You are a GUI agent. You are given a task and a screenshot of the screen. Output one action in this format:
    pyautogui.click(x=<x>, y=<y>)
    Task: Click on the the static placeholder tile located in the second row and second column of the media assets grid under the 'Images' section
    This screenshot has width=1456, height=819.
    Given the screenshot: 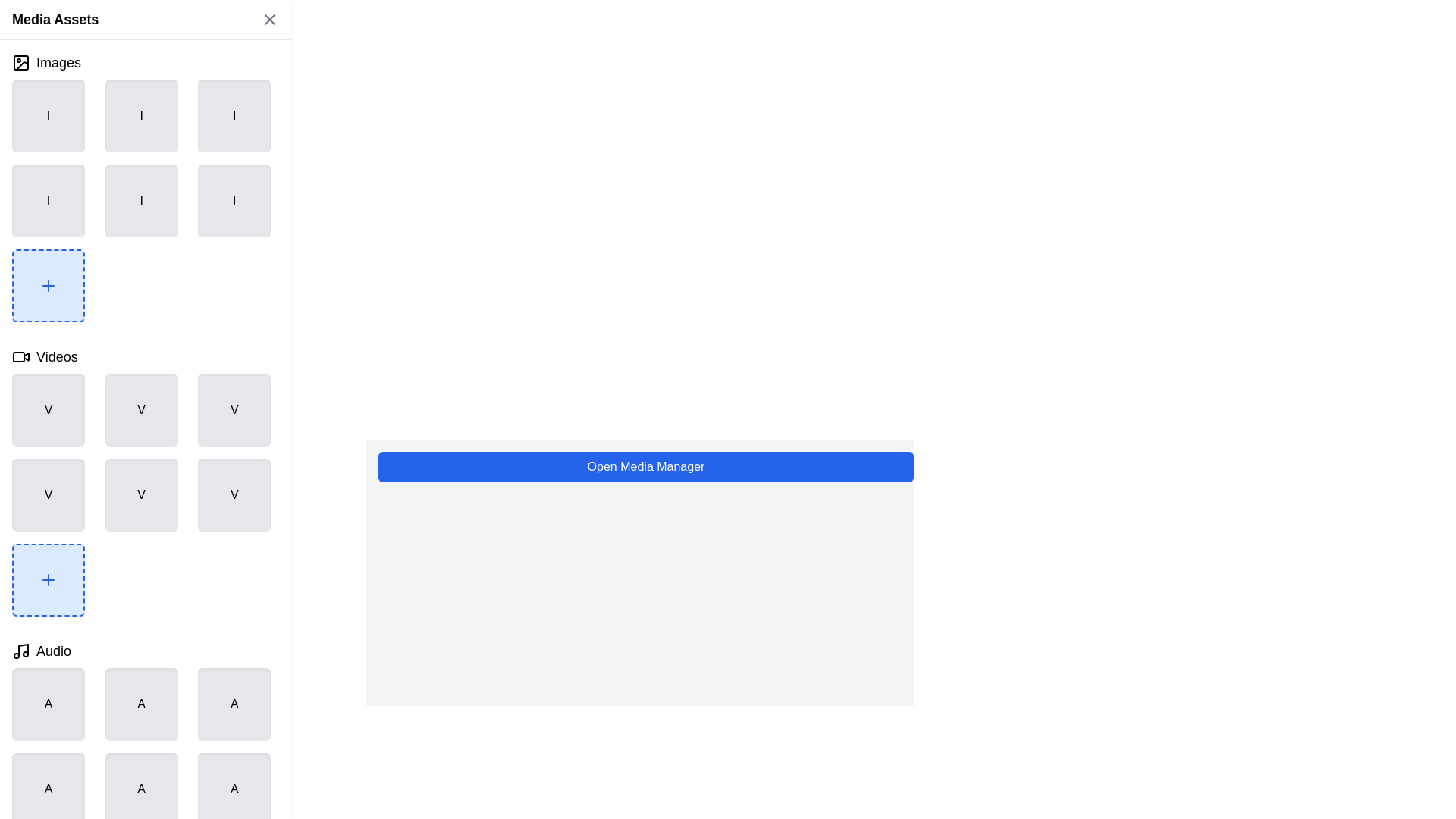 What is the action you would take?
    pyautogui.click(x=141, y=200)
    